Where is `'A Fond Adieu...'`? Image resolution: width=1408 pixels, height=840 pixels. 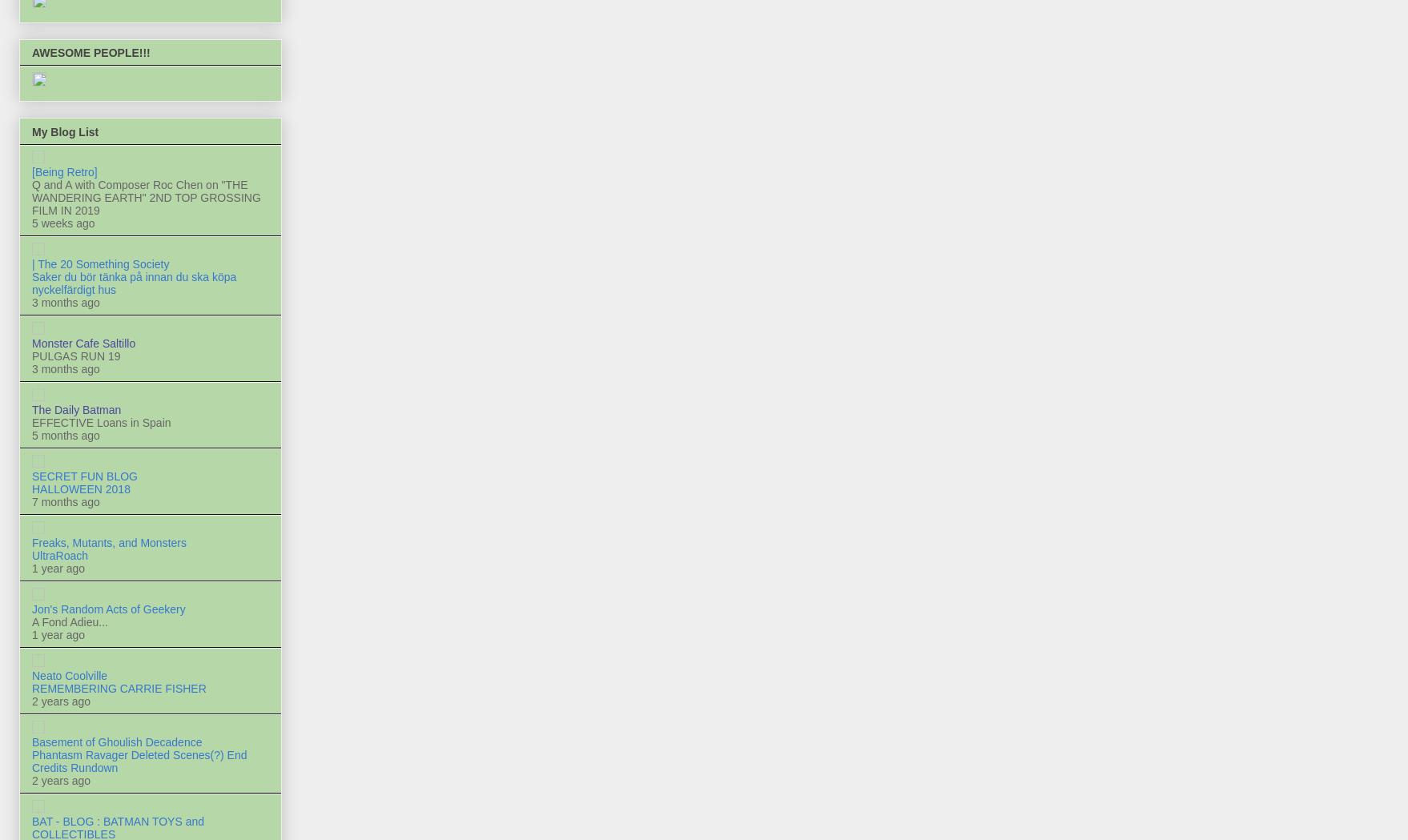
'A Fond Adieu...' is located at coordinates (70, 621).